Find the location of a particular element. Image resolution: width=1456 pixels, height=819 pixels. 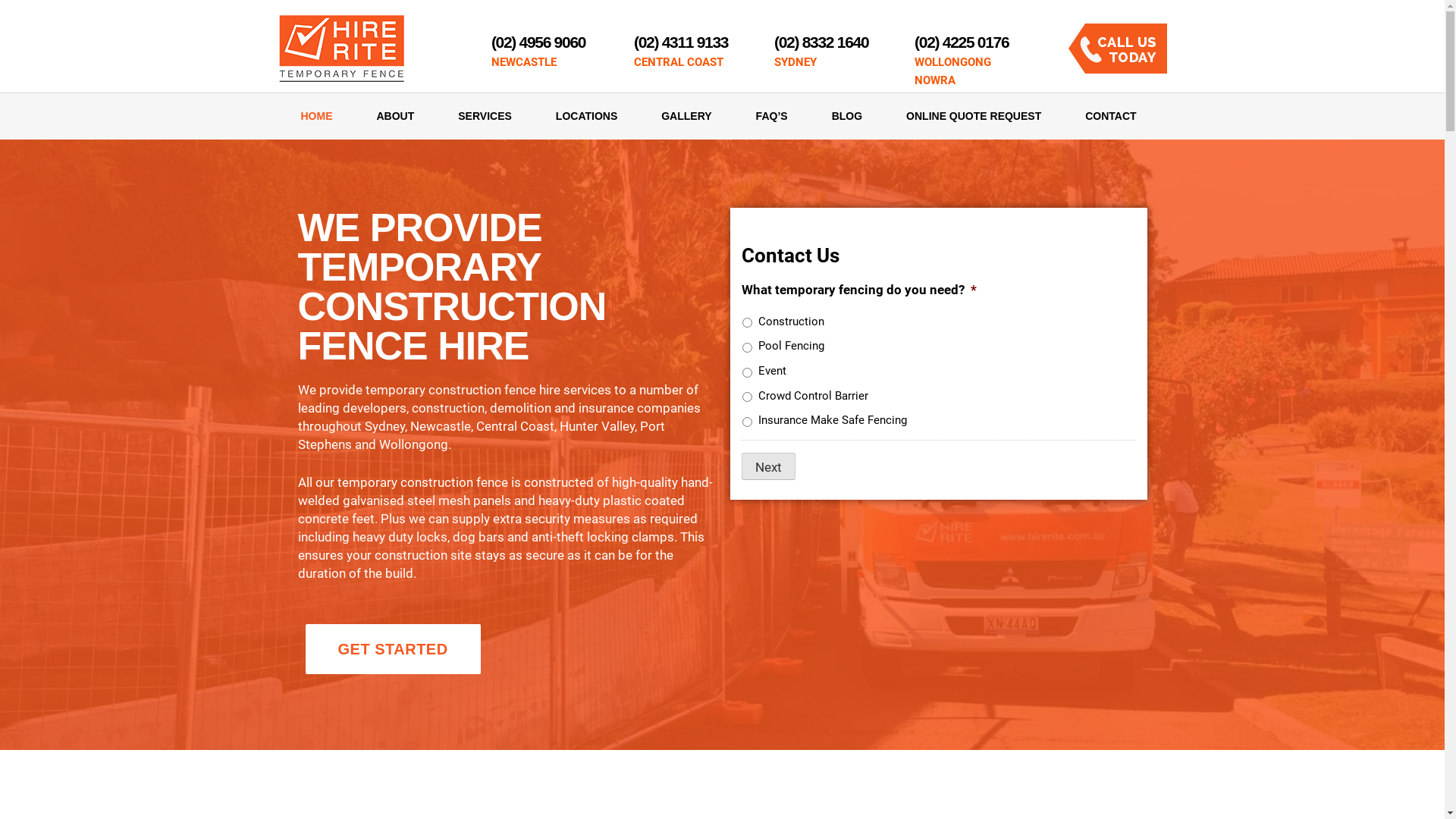

'LOCATIONS' is located at coordinates (534, 115).